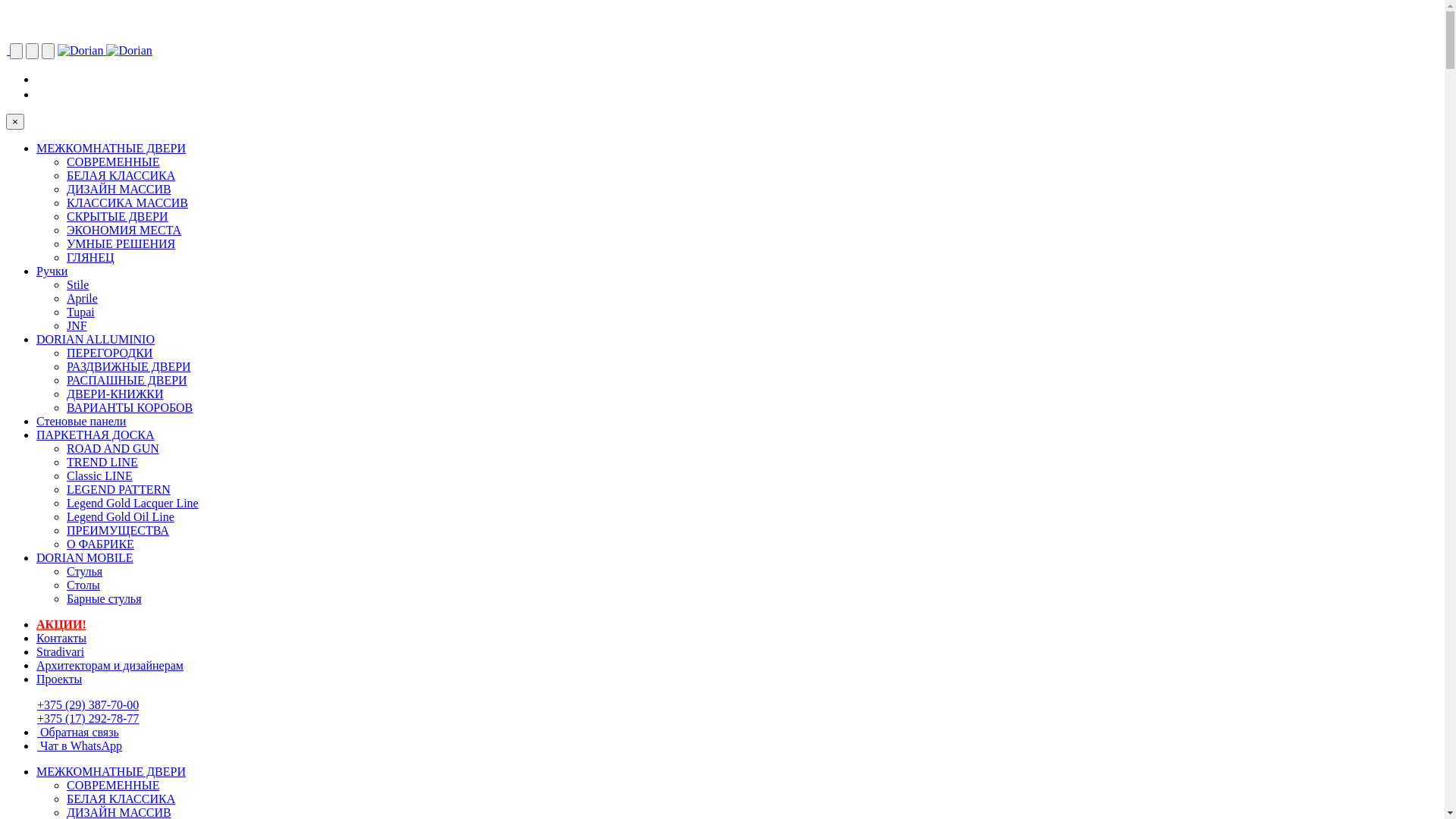 The image size is (1456, 819). I want to click on 'Legend Gold Lacquer Line', so click(132, 503).